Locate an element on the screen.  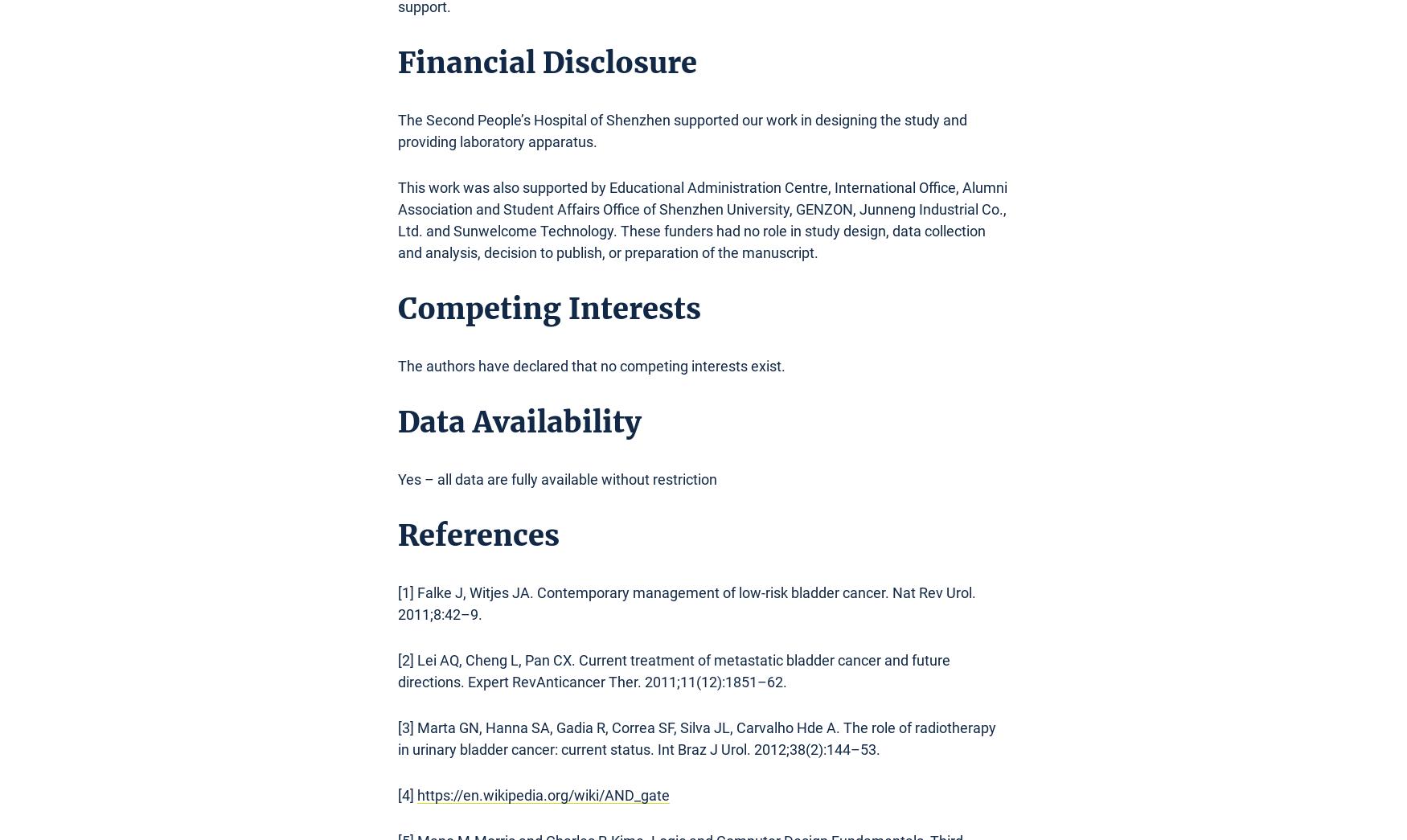
'Competing Interests' is located at coordinates (548, 308).